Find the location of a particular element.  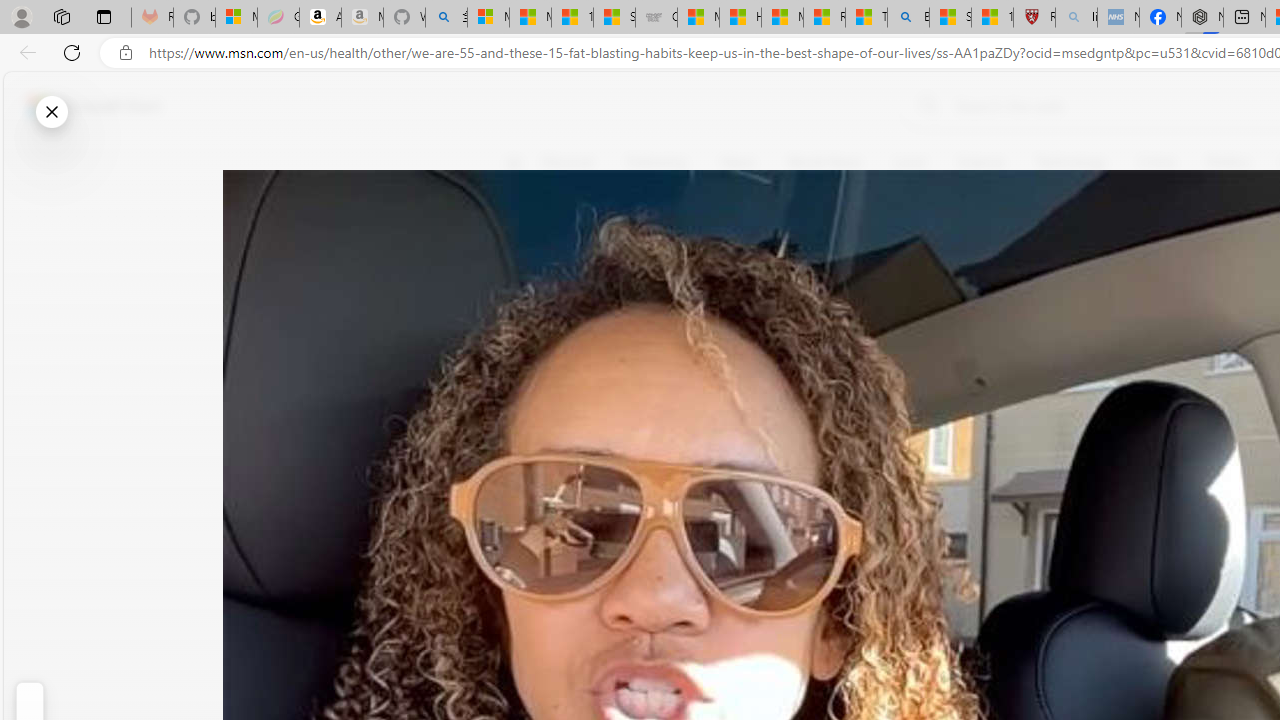

'Combat Siege' is located at coordinates (656, 17).